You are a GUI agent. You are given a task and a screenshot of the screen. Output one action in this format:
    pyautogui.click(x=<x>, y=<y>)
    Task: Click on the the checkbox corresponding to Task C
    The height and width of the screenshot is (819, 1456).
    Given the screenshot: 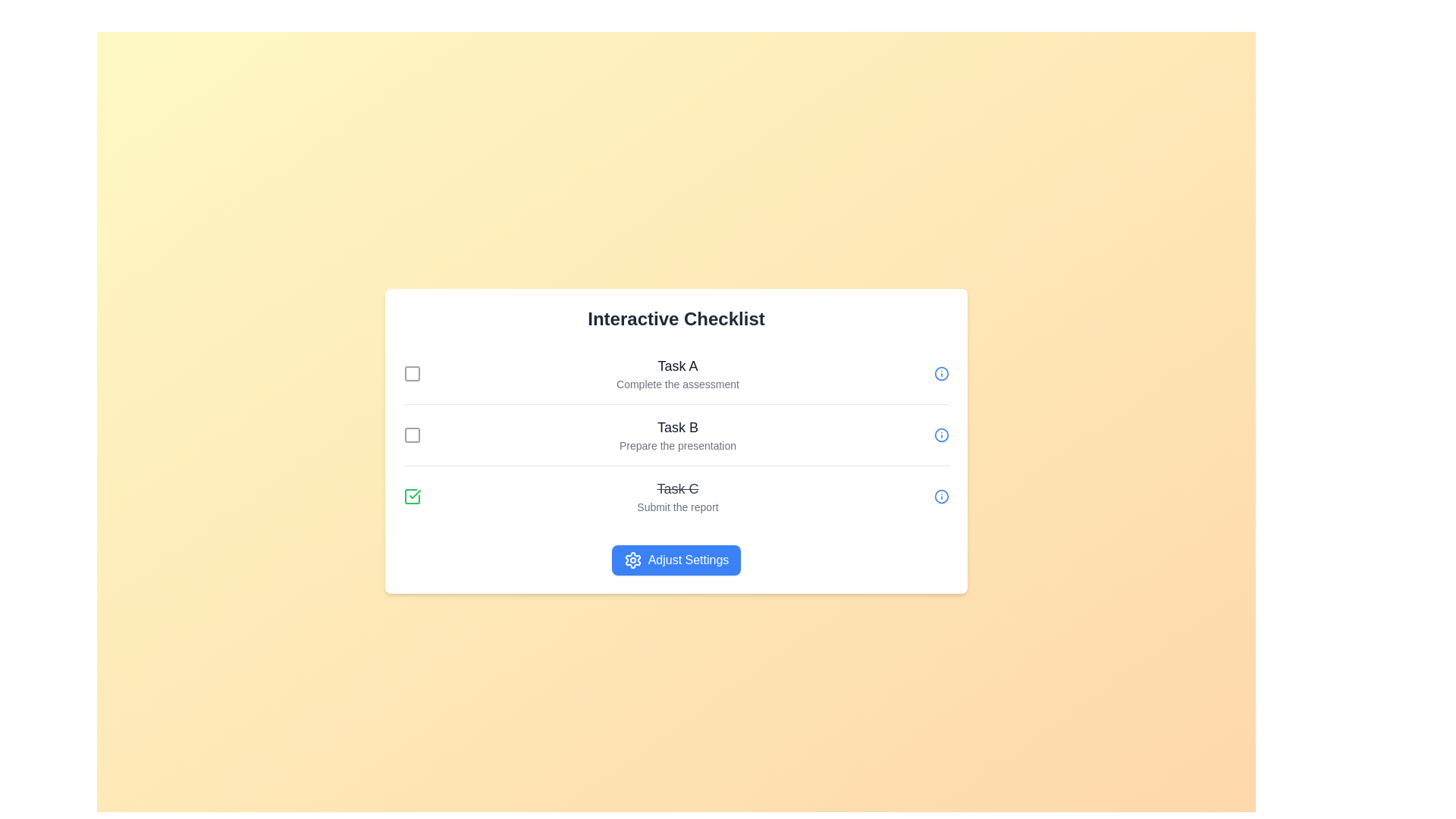 What is the action you would take?
    pyautogui.click(x=412, y=497)
    